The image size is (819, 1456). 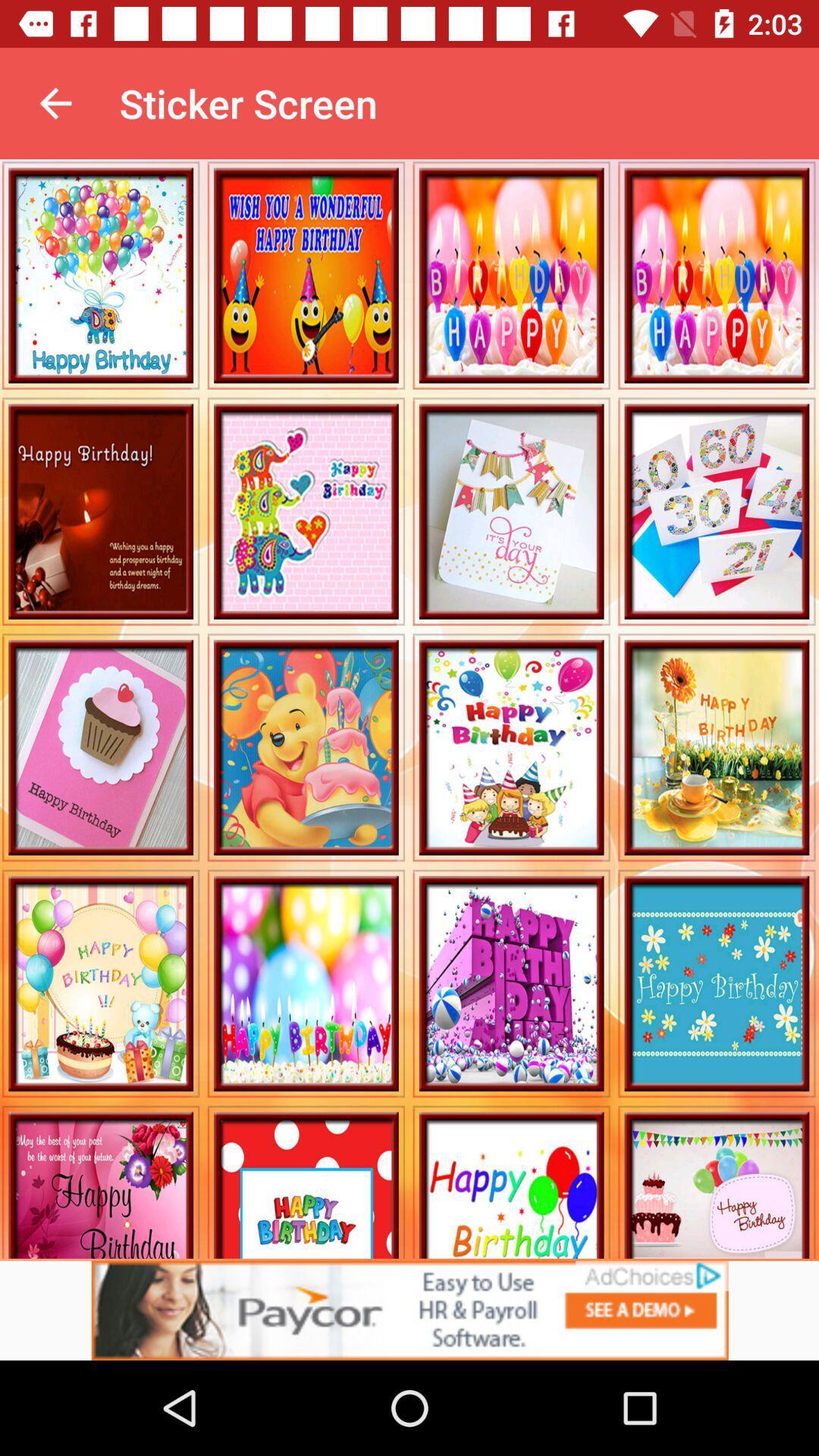 What do you see at coordinates (409, 1310) in the screenshot?
I see `advertisement` at bounding box center [409, 1310].